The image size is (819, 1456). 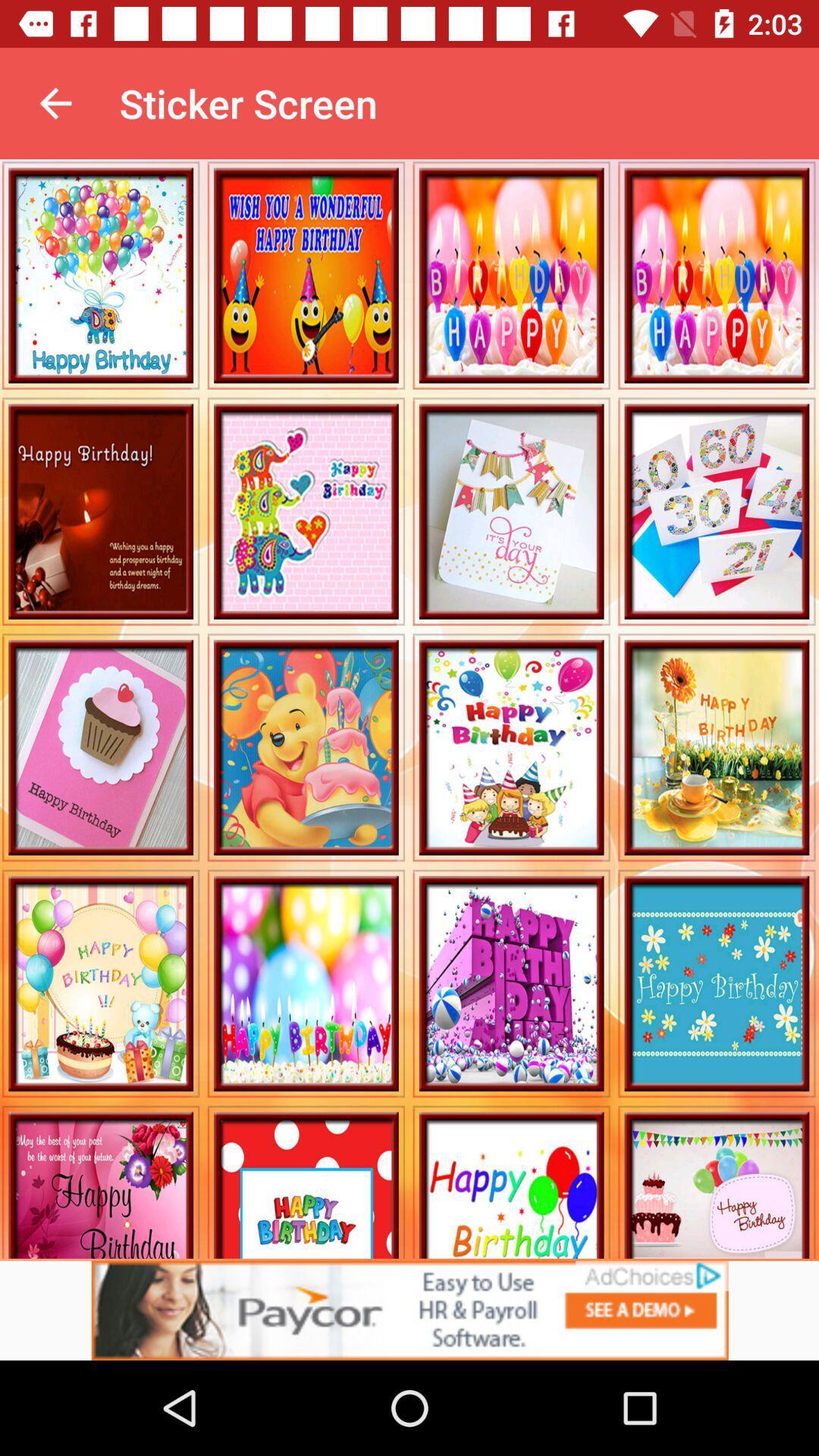 What do you see at coordinates (409, 1310) in the screenshot?
I see `advertisement` at bounding box center [409, 1310].